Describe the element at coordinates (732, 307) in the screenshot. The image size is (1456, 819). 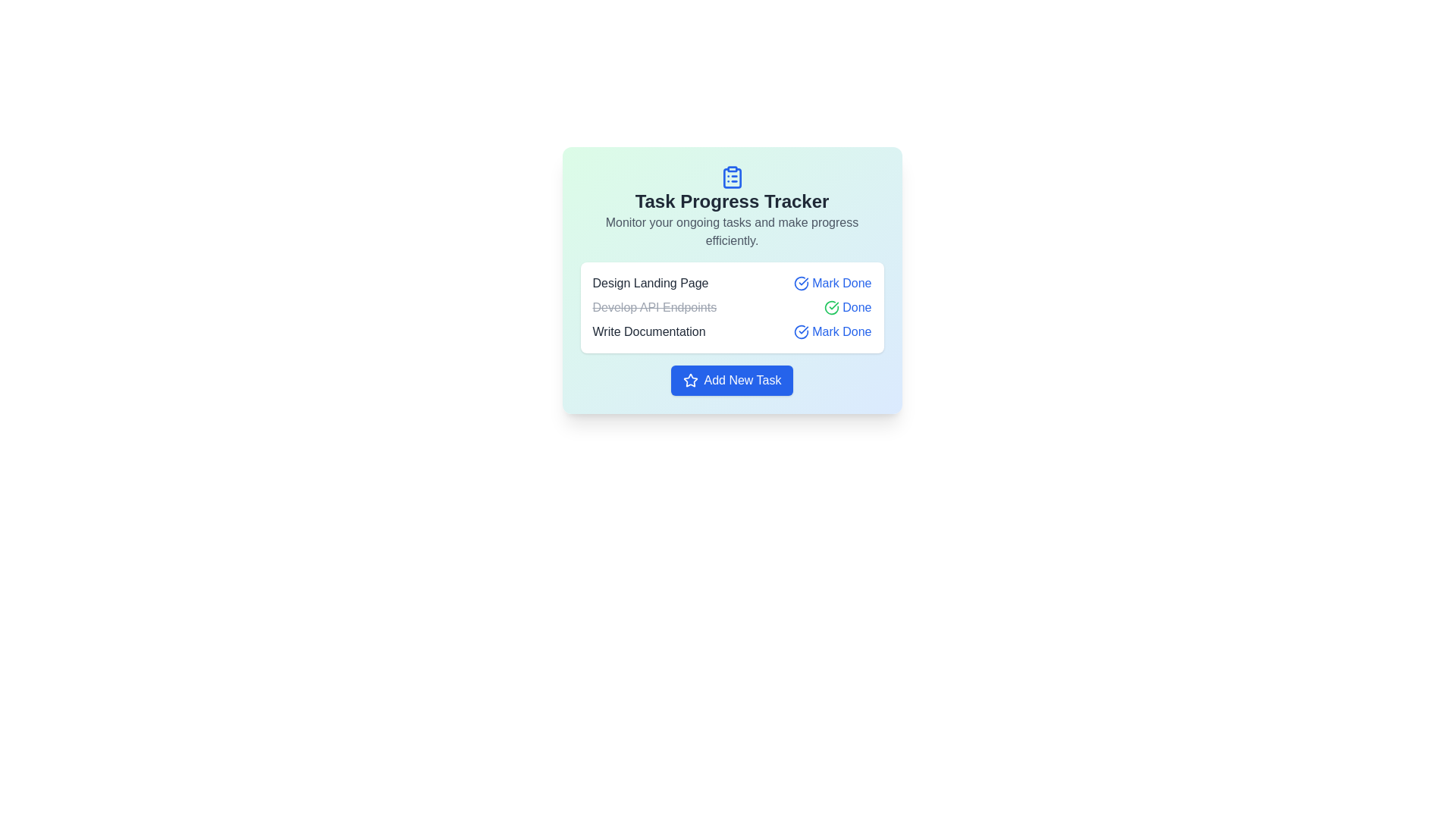
I see `the completed task name, 'Develop API Endpoints', which is the second item in the task list with a line-through effect and a 'Done' link` at that location.